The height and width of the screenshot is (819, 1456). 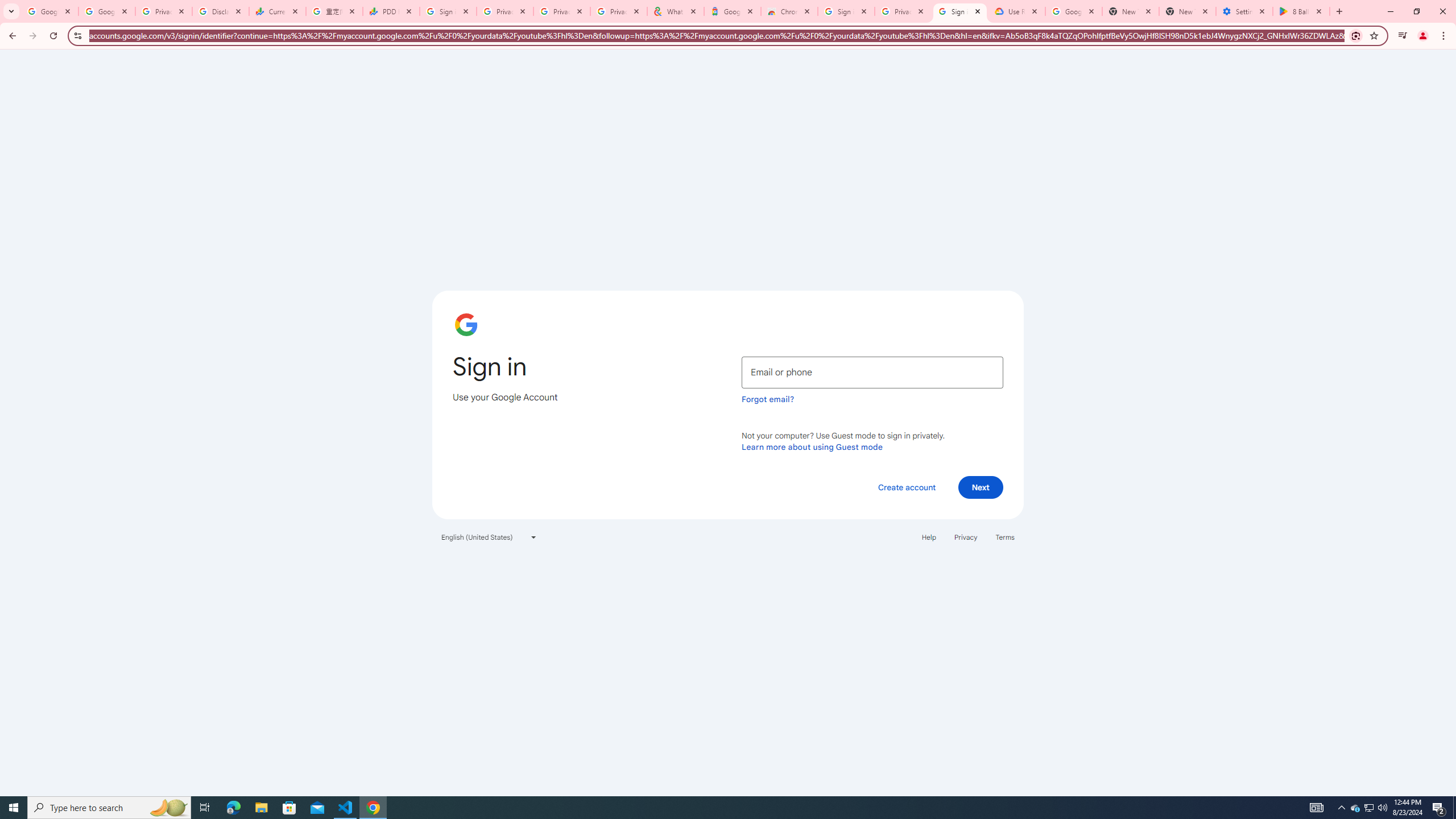 What do you see at coordinates (906, 486) in the screenshot?
I see `'Create account'` at bounding box center [906, 486].